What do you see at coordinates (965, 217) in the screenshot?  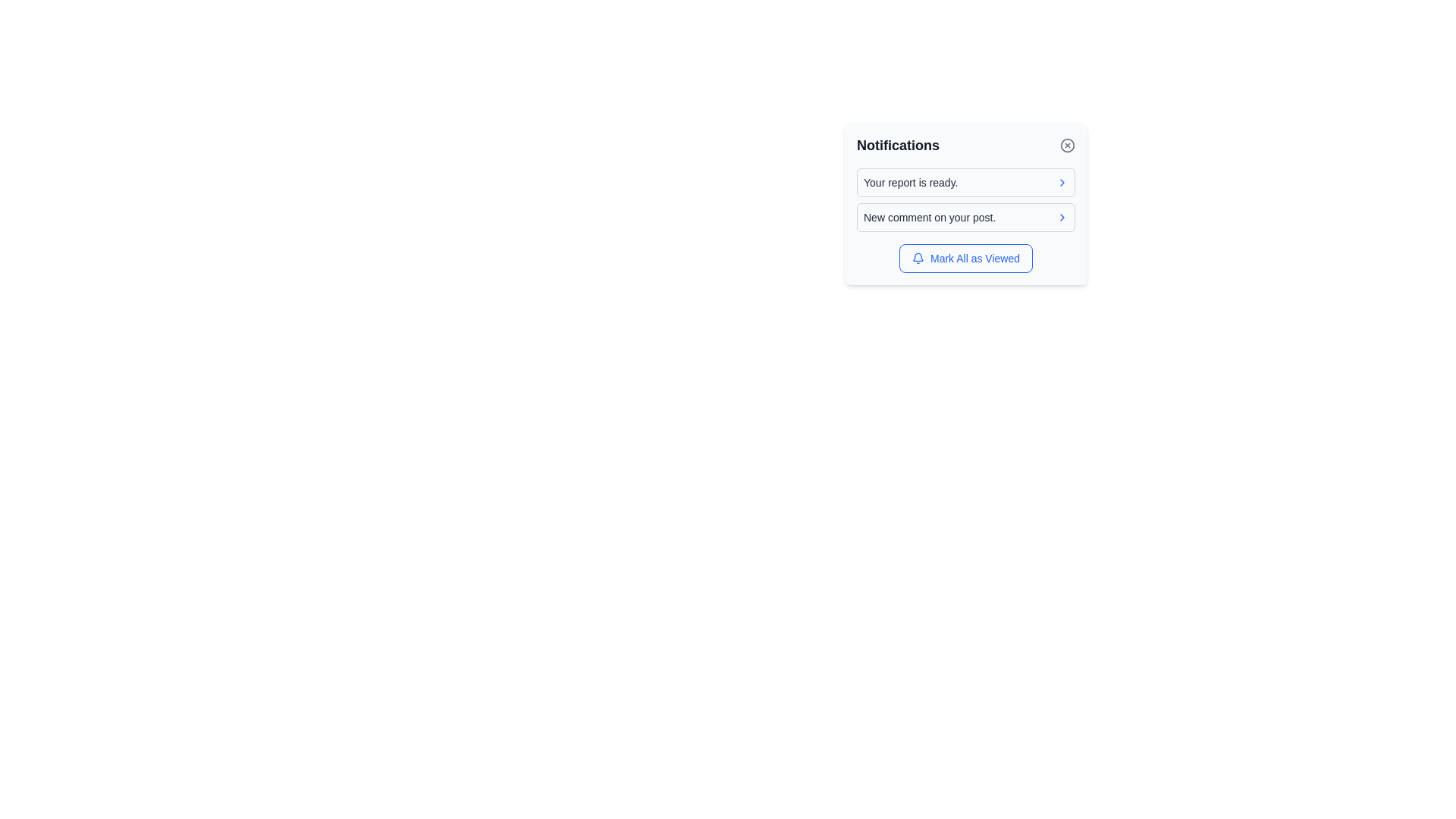 I see `the second notification item in the notifications panel that provides information about a new comment on the user's post` at bounding box center [965, 217].